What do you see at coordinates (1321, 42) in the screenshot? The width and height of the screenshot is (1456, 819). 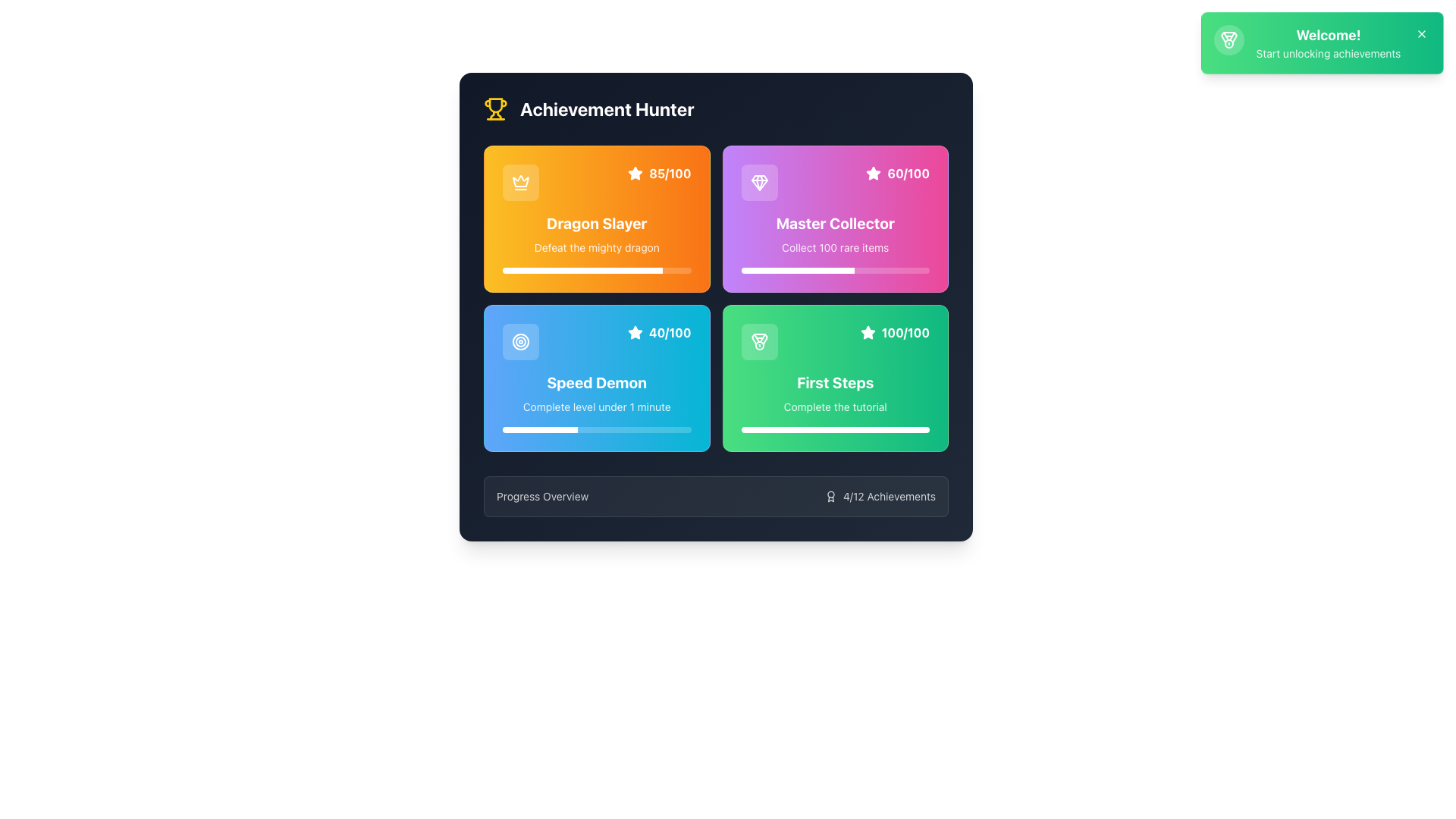 I see `the notification card in the top-right corner of the interface that serves as a welcome message highlighting achievements` at bounding box center [1321, 42].